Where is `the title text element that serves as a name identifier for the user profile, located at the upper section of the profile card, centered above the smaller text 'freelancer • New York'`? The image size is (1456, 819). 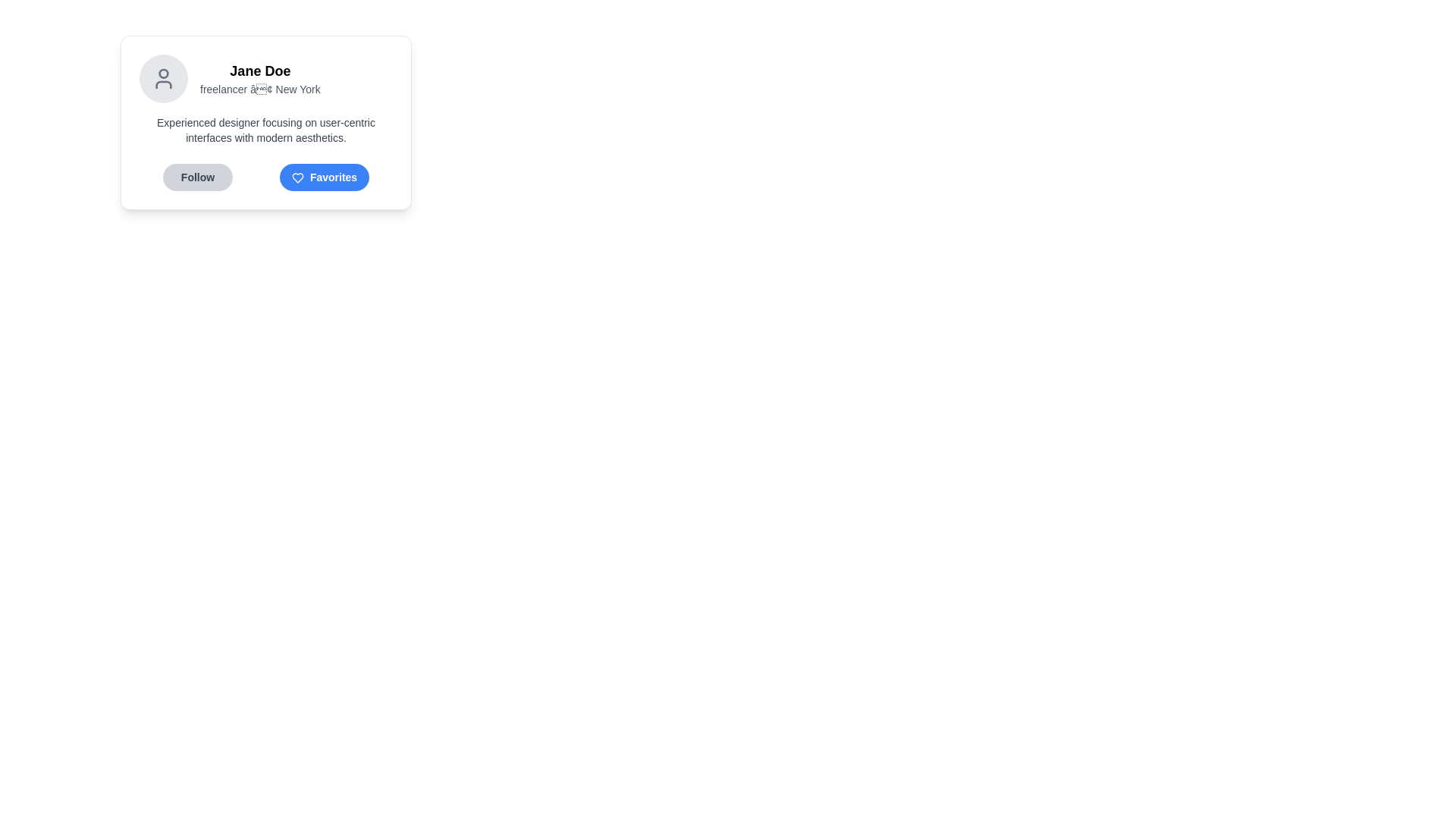 the title text element that serves as a name identifier for the user profile, located at the upper section of the profile card, centered above the smaller text 'freelancer • New York' is located at coordinates (260, 71).